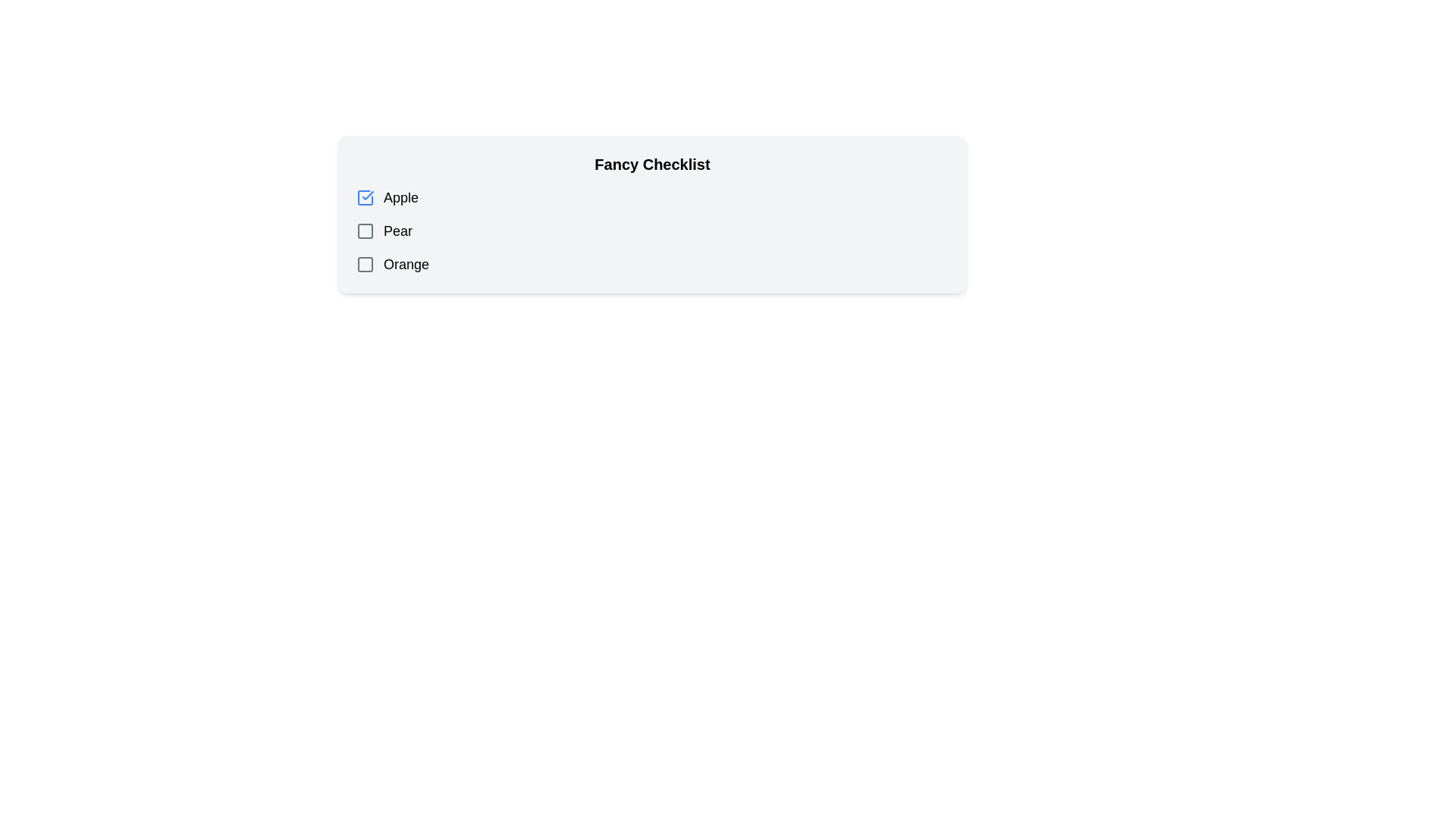  Describe the element at coordinates (365, 197) in the screenshot. I see `the blue-bordered checkbox with a blue checkmark inside, located to the left of the label 'Apple' in the 'Fancy Checklist'` at that location.